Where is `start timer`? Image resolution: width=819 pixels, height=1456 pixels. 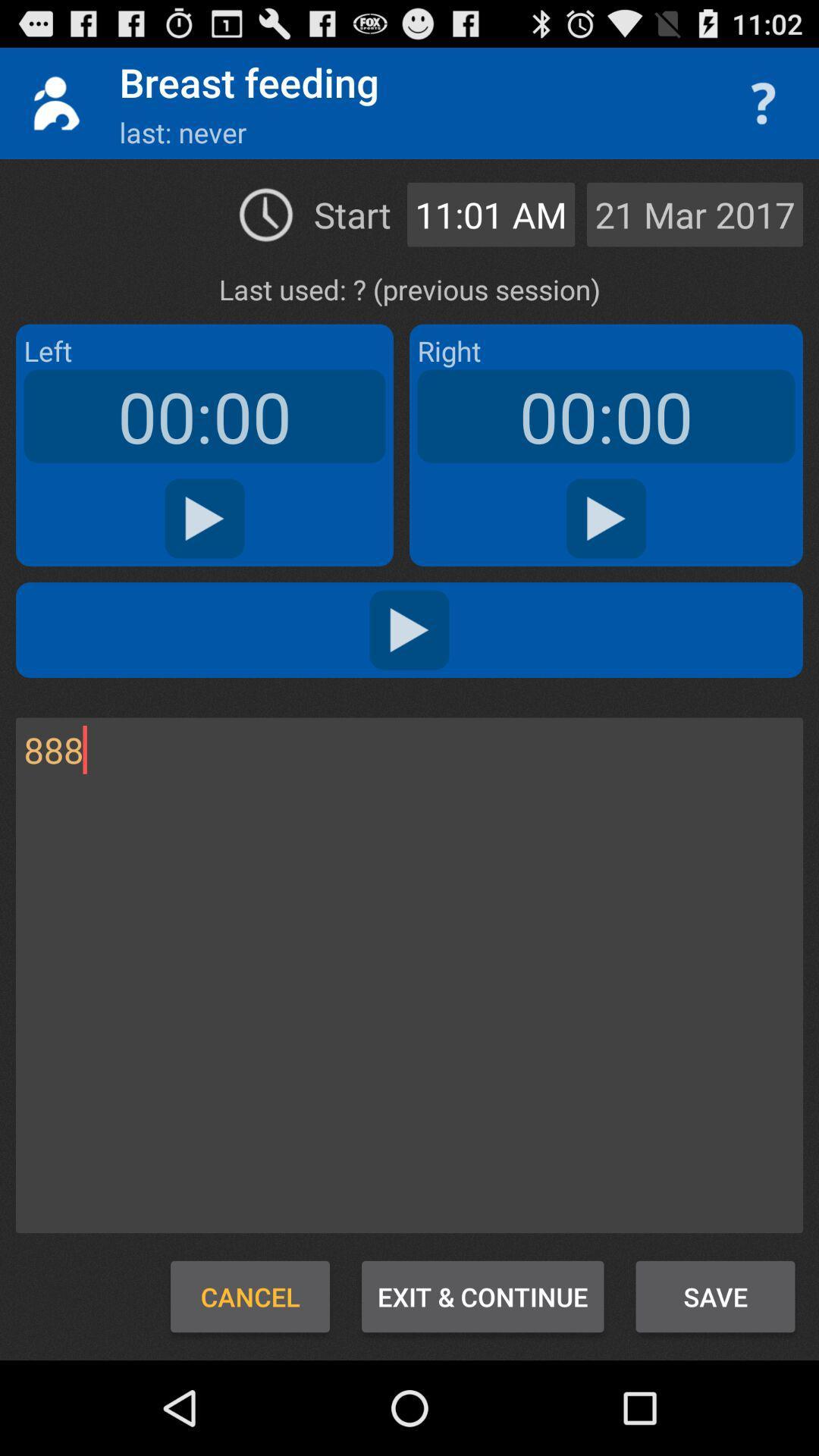 start timer is located at coordinates (605, 519).